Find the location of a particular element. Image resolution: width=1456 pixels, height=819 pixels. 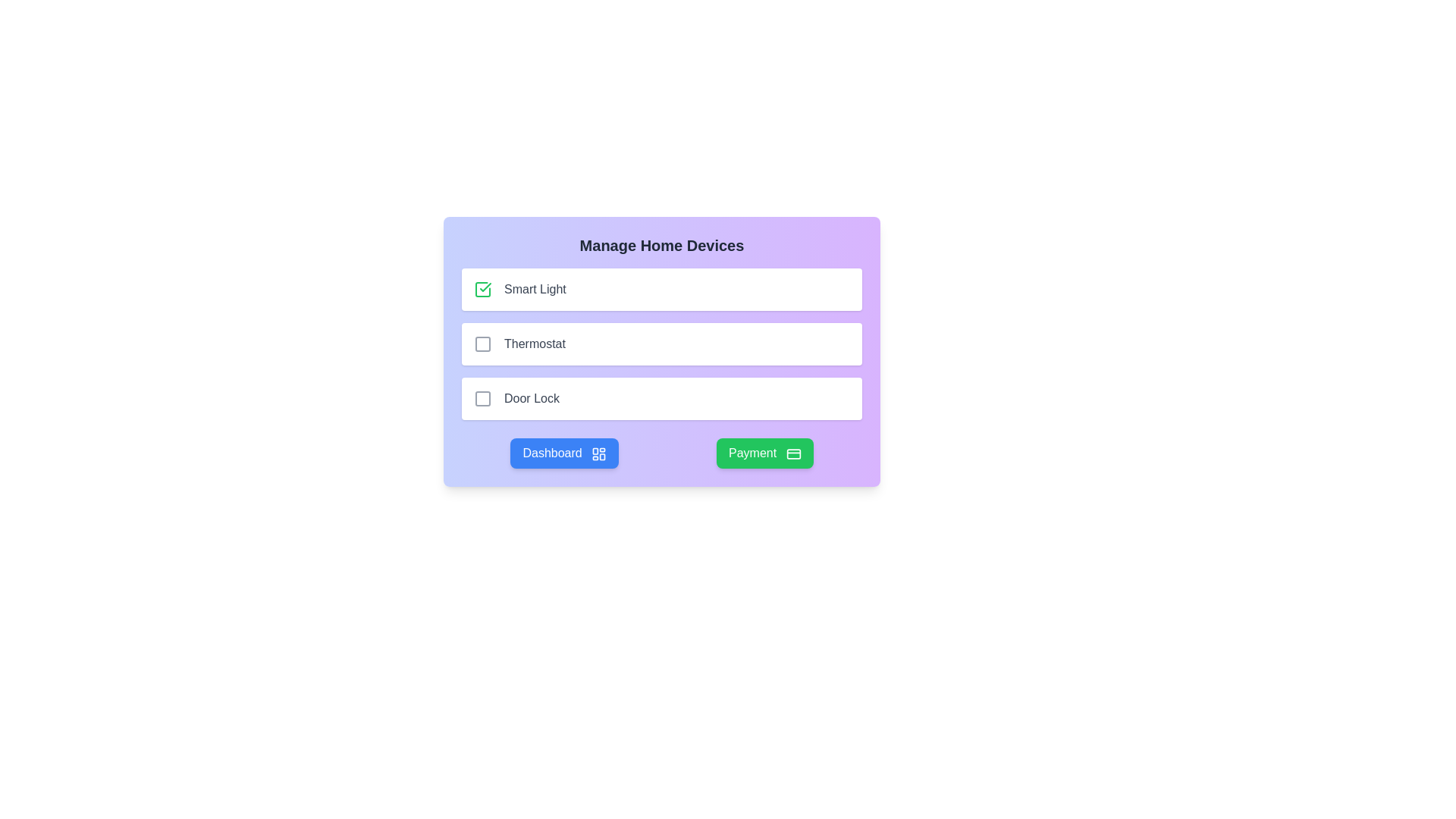

the Decorative Icon located to the right of the 'Dashboard' text within the 'Dashboard' button at the bottom-left of the main panel is located at coordinates (598, 453).